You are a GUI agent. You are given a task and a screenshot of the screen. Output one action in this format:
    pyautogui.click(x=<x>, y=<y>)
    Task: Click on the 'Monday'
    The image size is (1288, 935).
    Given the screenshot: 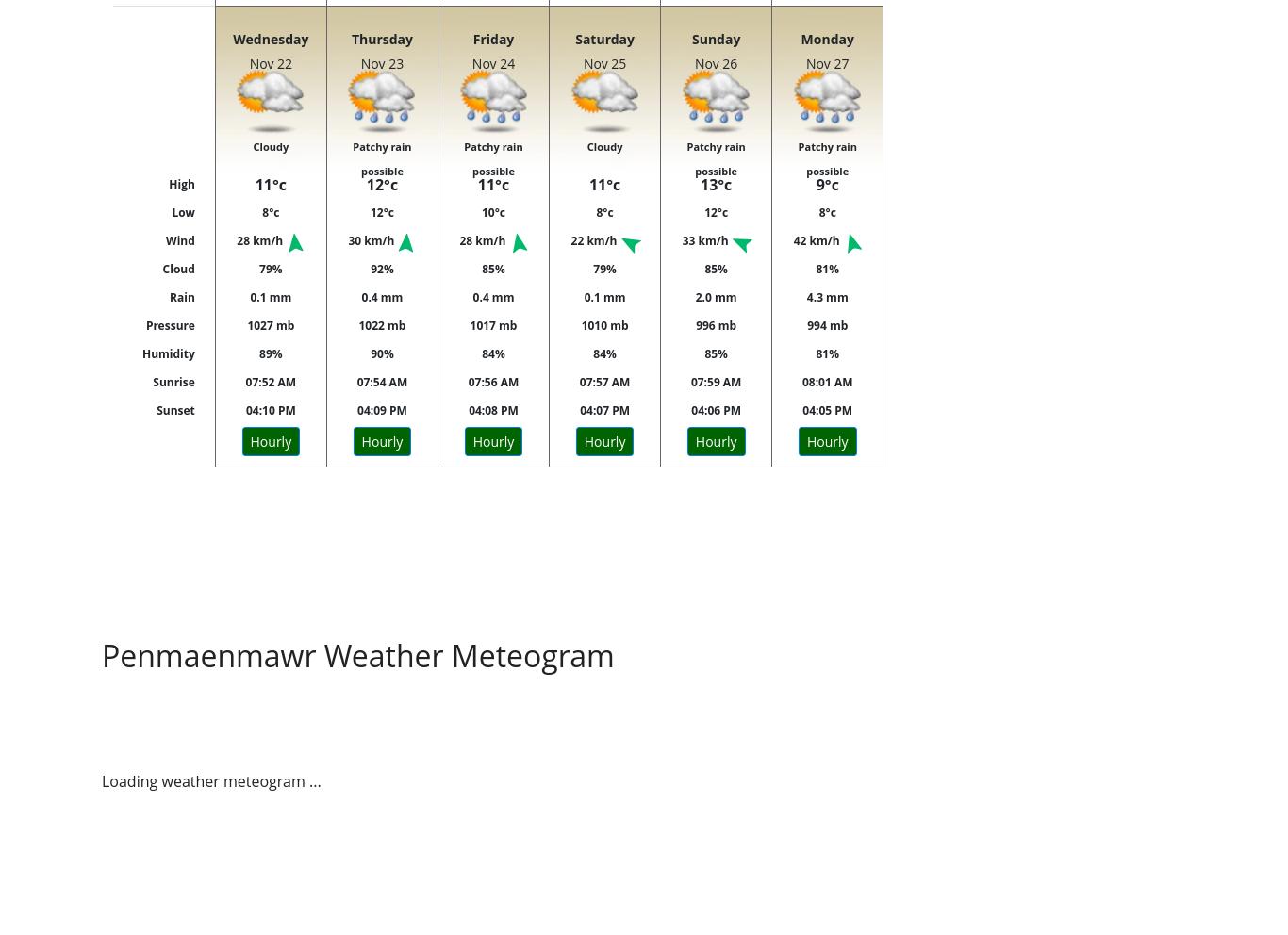 What is the action you would take?
    pyautogui.click(x=825, y=38)
    